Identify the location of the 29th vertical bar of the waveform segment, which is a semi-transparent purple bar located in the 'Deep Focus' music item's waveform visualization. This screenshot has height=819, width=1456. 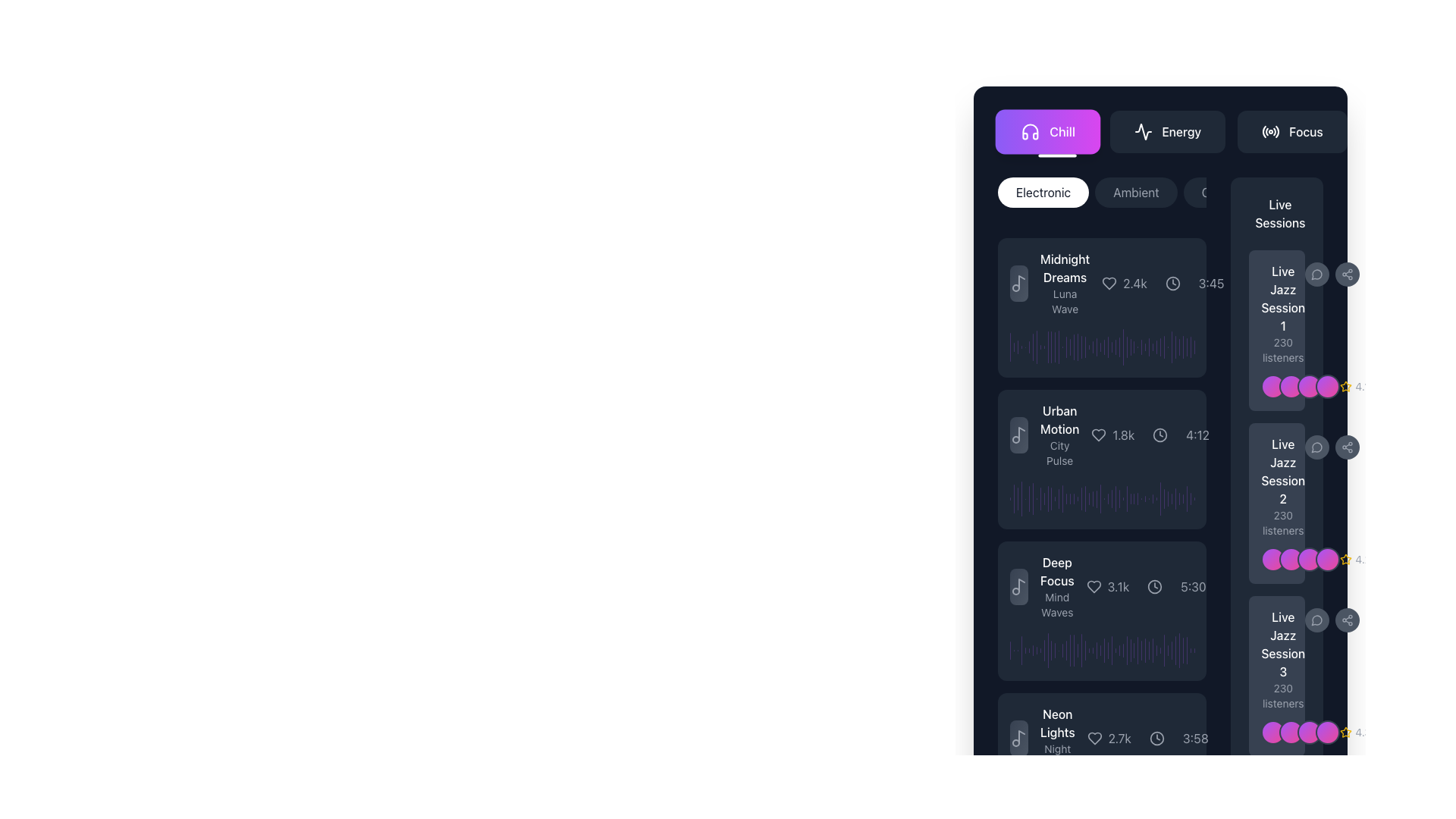
(1112, 649).